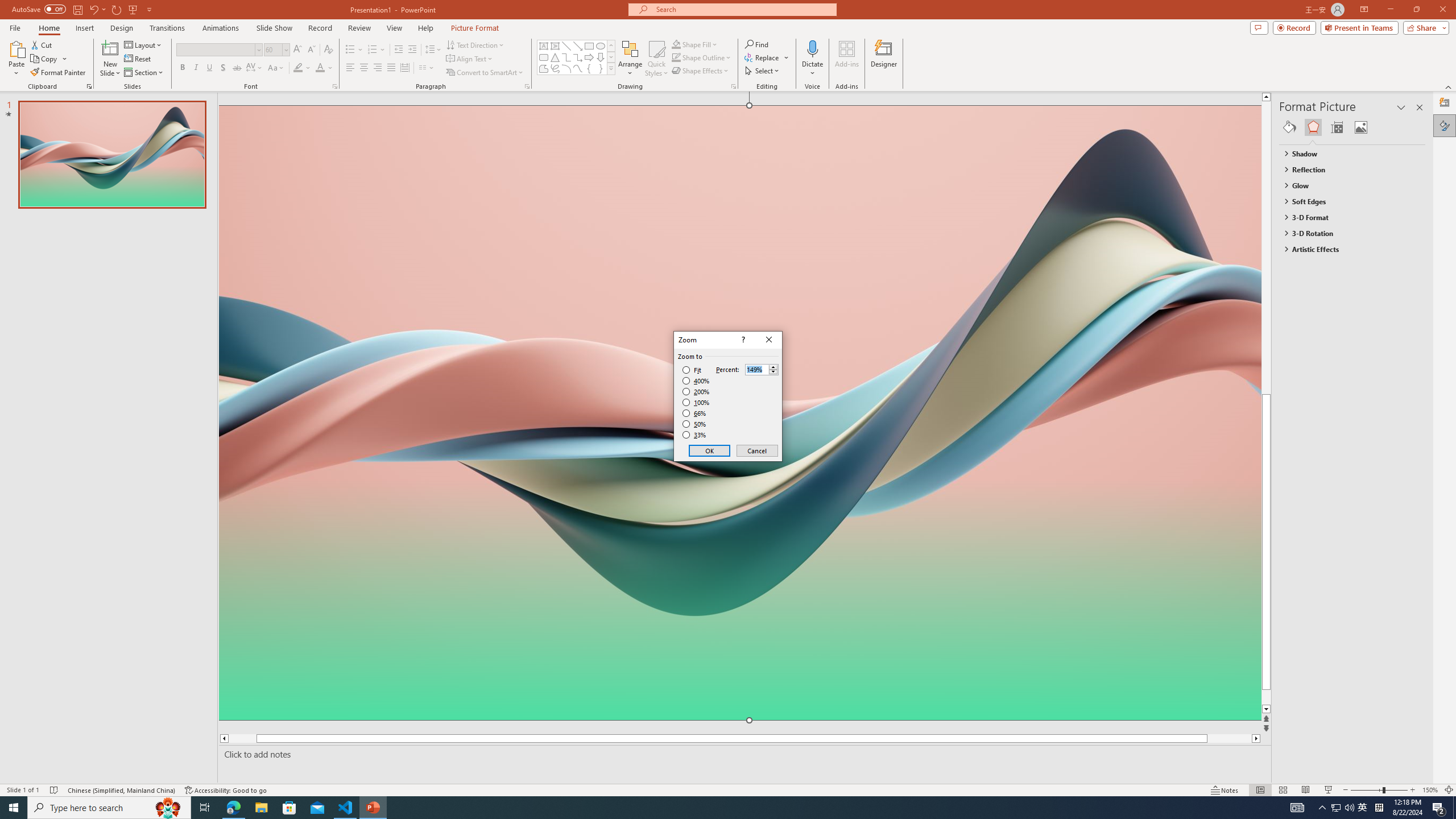 This screenshot has height=819, width=1456. What do you see at coordinates (144, 72) in the screenshot?
I see `'Section'` at bounding box center [144, 72].